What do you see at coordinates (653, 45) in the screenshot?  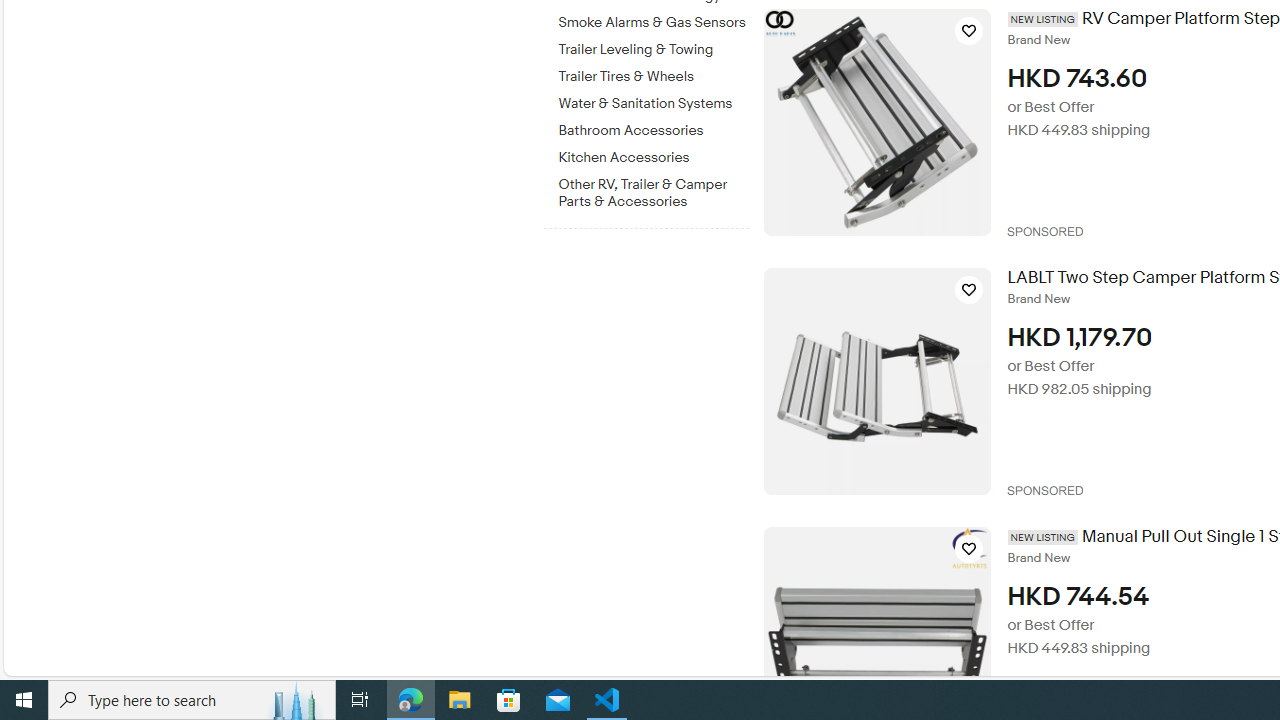 I see `'Trailer Leveling & Towing'` at bounding box center [653, 45].